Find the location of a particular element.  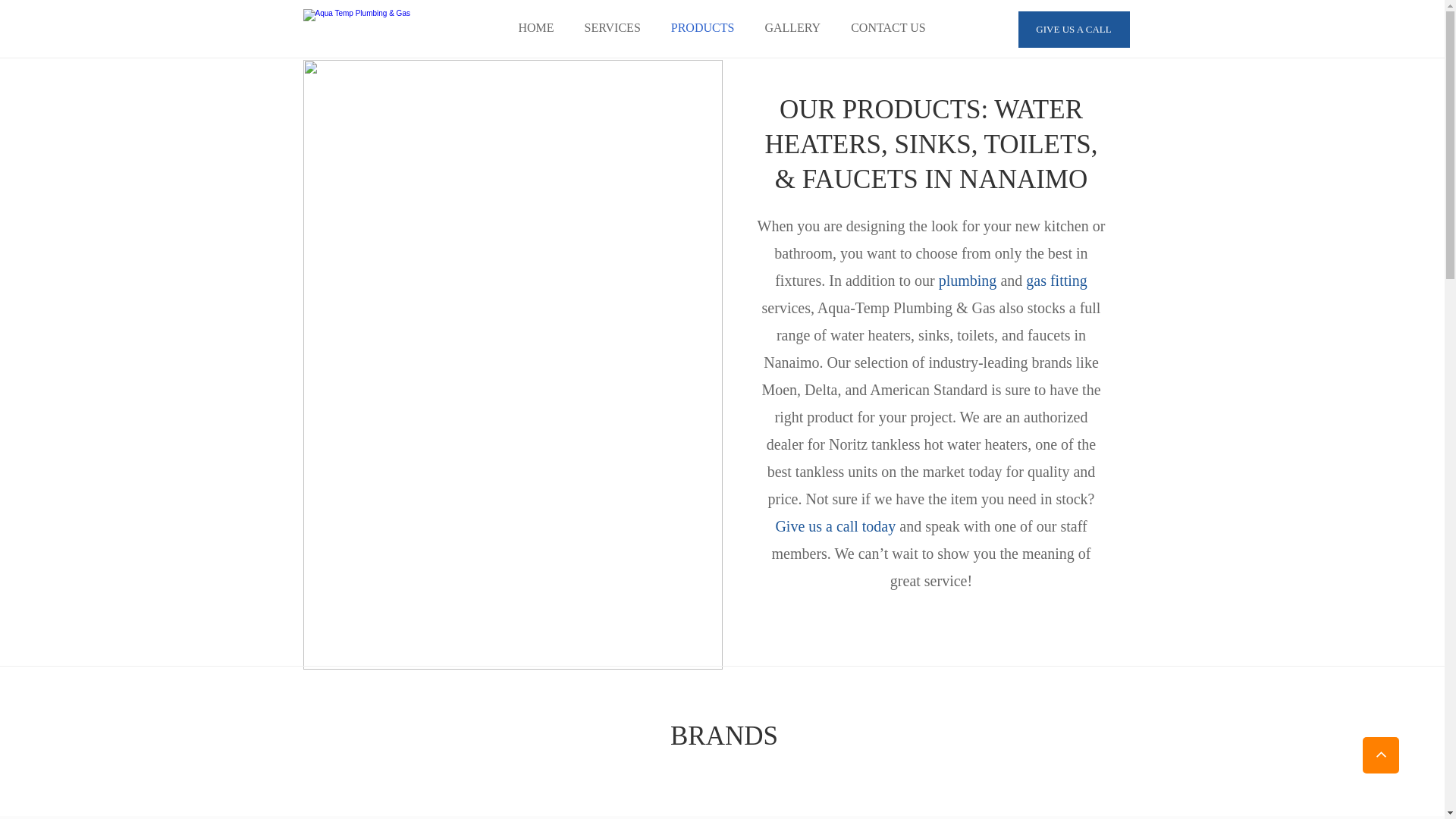

'GIVE US A CALL' is located at coordinates (1072, 29).